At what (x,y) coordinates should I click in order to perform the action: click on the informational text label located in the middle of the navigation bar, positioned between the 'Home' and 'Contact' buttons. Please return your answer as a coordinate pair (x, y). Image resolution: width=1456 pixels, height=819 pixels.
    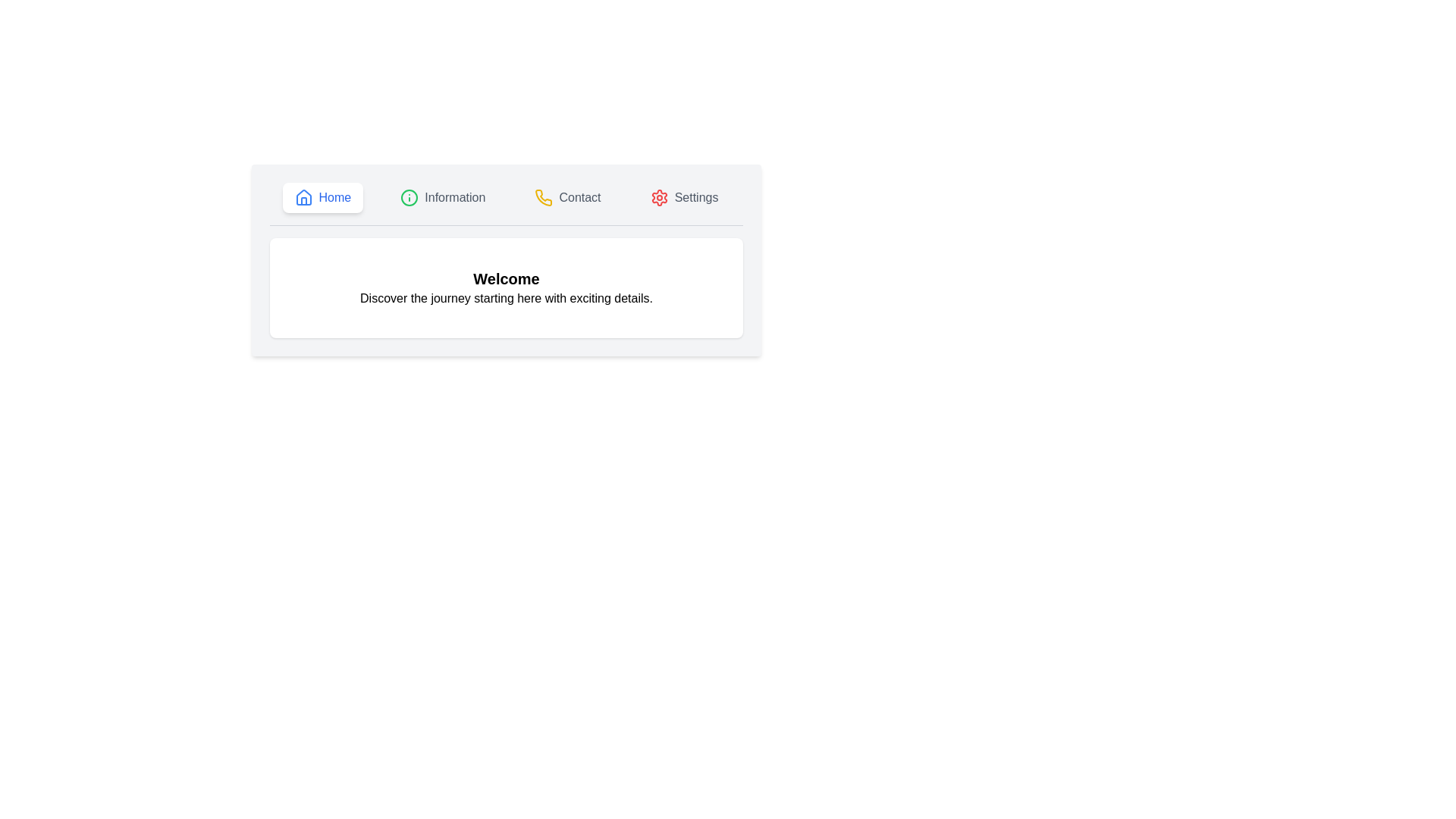
    Looking at the image, I should click on (454, 197).